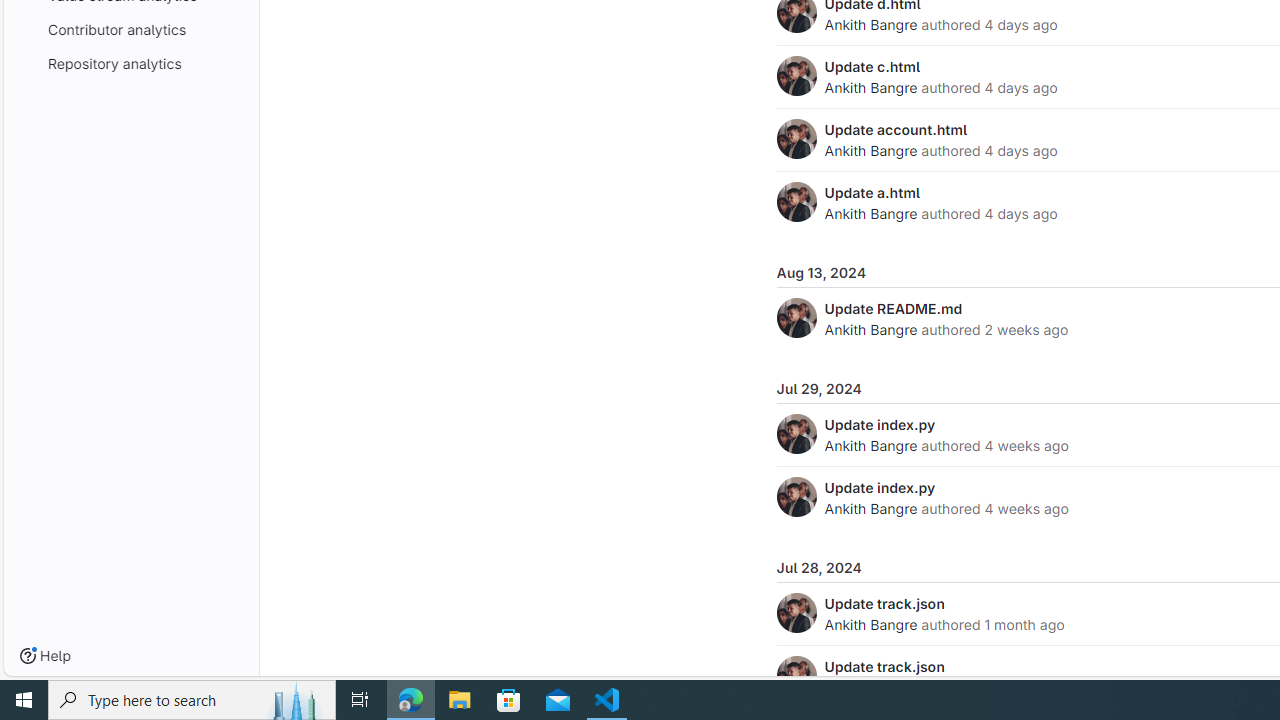 Image resolution: width=1280 pixels, height=720 pixels. What do you see at coordinates (872, 65) in the screenshot?
I see `'Update c.html'` at bounding box center [872, 65].